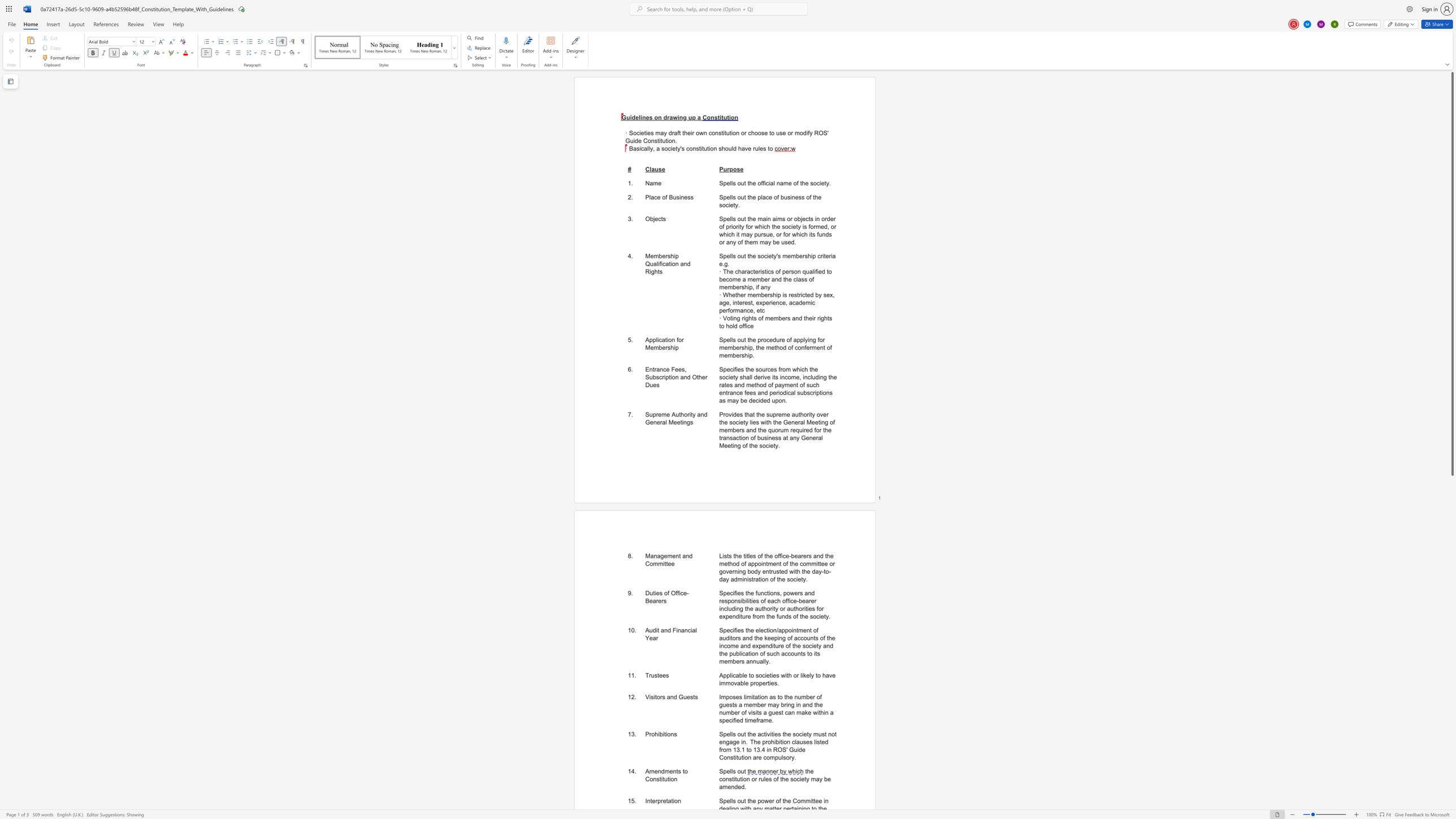 This screenshot has height=819, width=1456. I want to click on the subset text "and Righ" within the text "Membership Qualification and Rights", so click(680, 263).